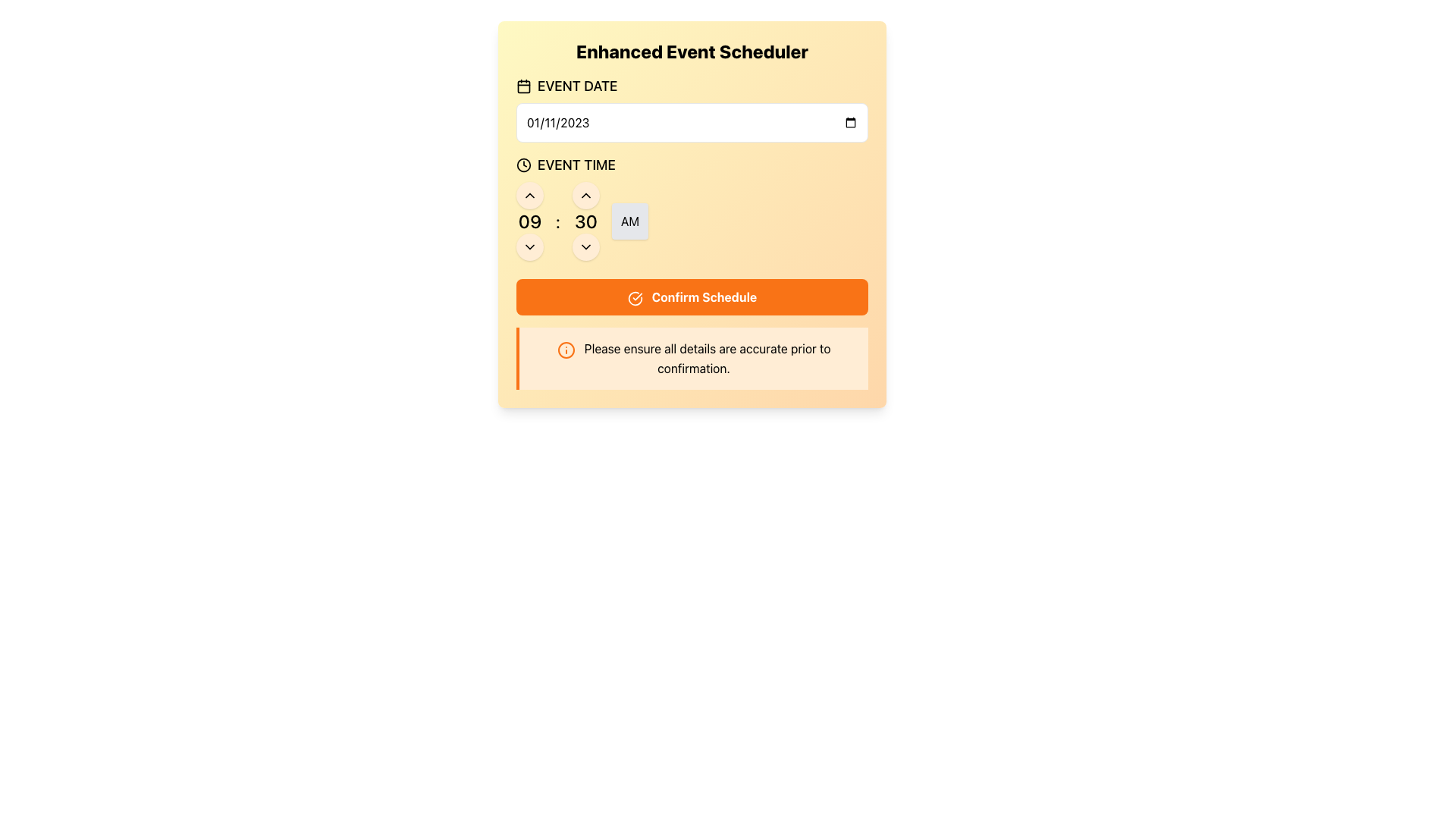 Image resolution: width=1456 pixels, height=819 pixels. Describe the element at coordinates (530, 246) in the screenshot. I see `the circular button with an orange background and downward-pointing arrow icon located below the '09' number in the hour selection group of the event time picker to decrease the hour` at that location.